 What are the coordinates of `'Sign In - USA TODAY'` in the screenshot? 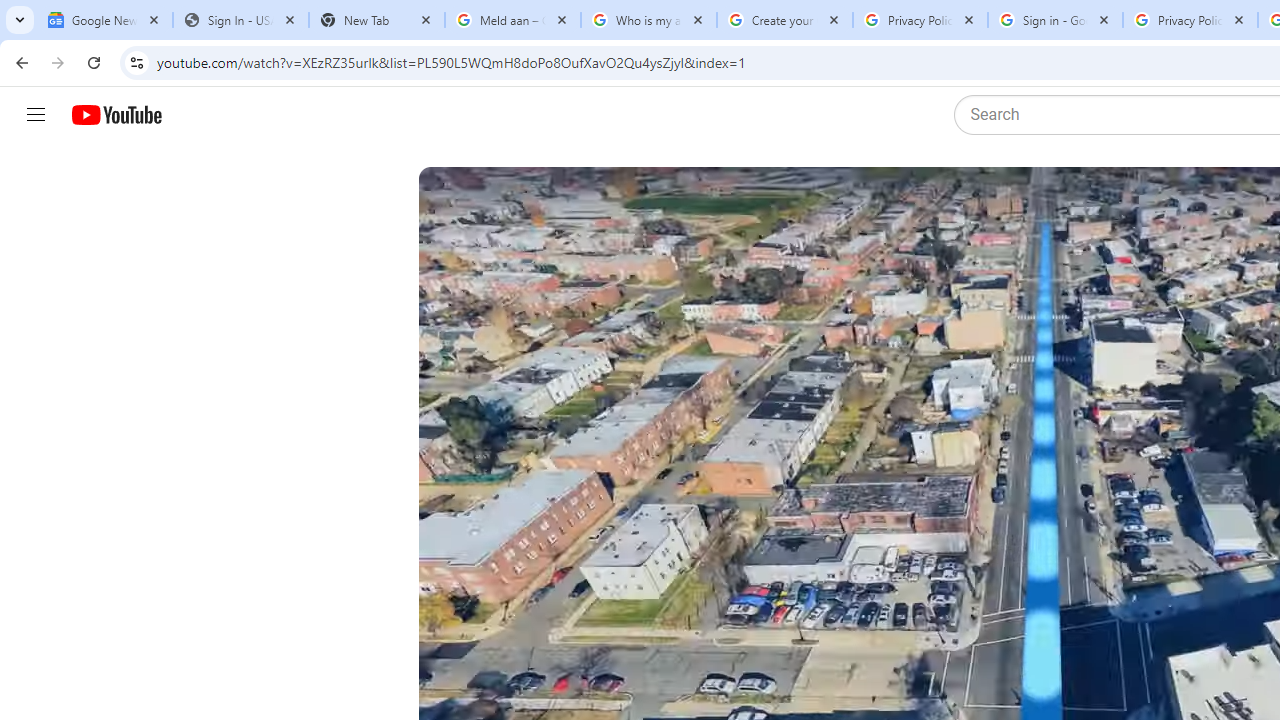 It's located at (240, 20).